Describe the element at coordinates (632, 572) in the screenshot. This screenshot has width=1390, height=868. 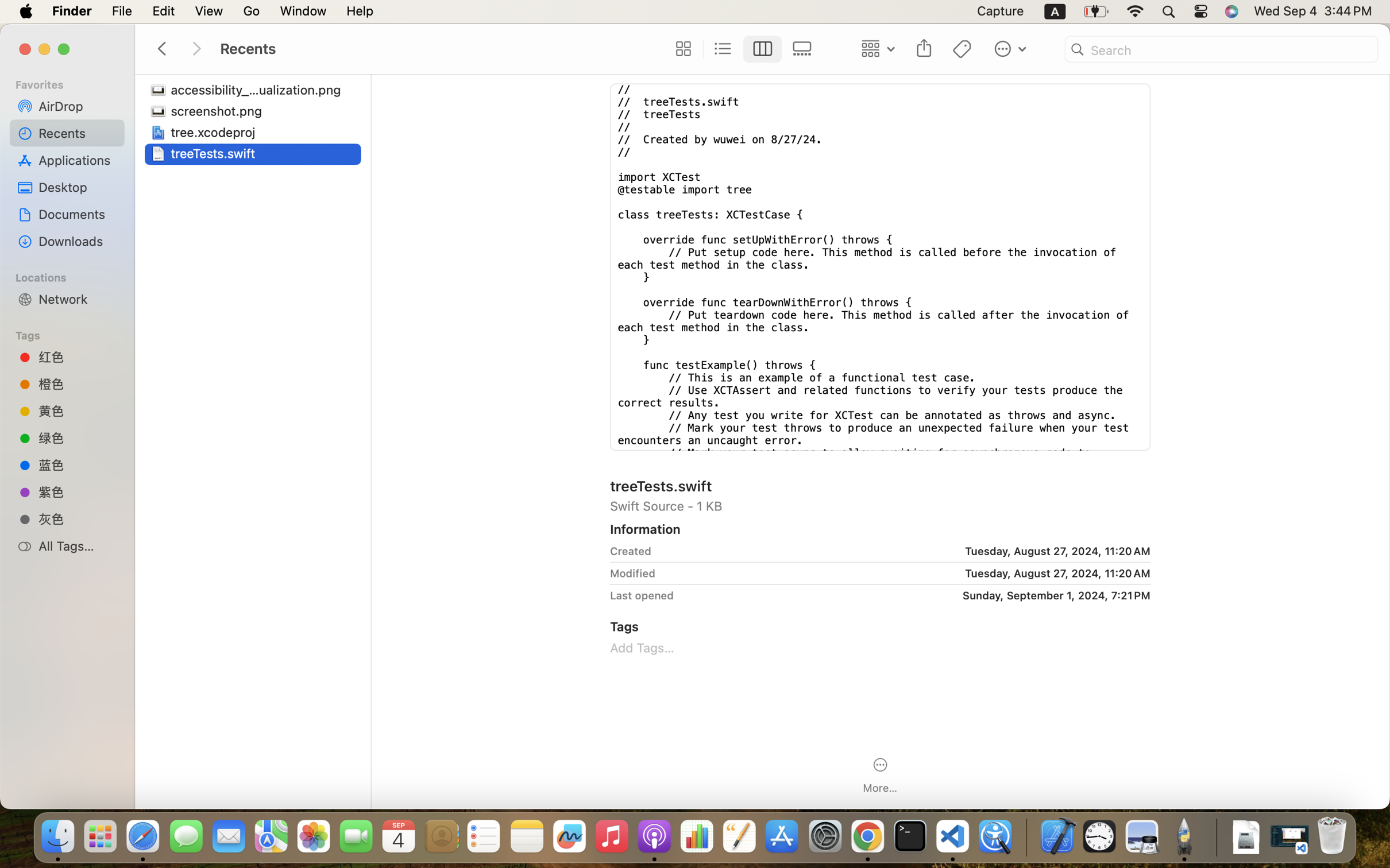
I see `'Modified'` at that location.